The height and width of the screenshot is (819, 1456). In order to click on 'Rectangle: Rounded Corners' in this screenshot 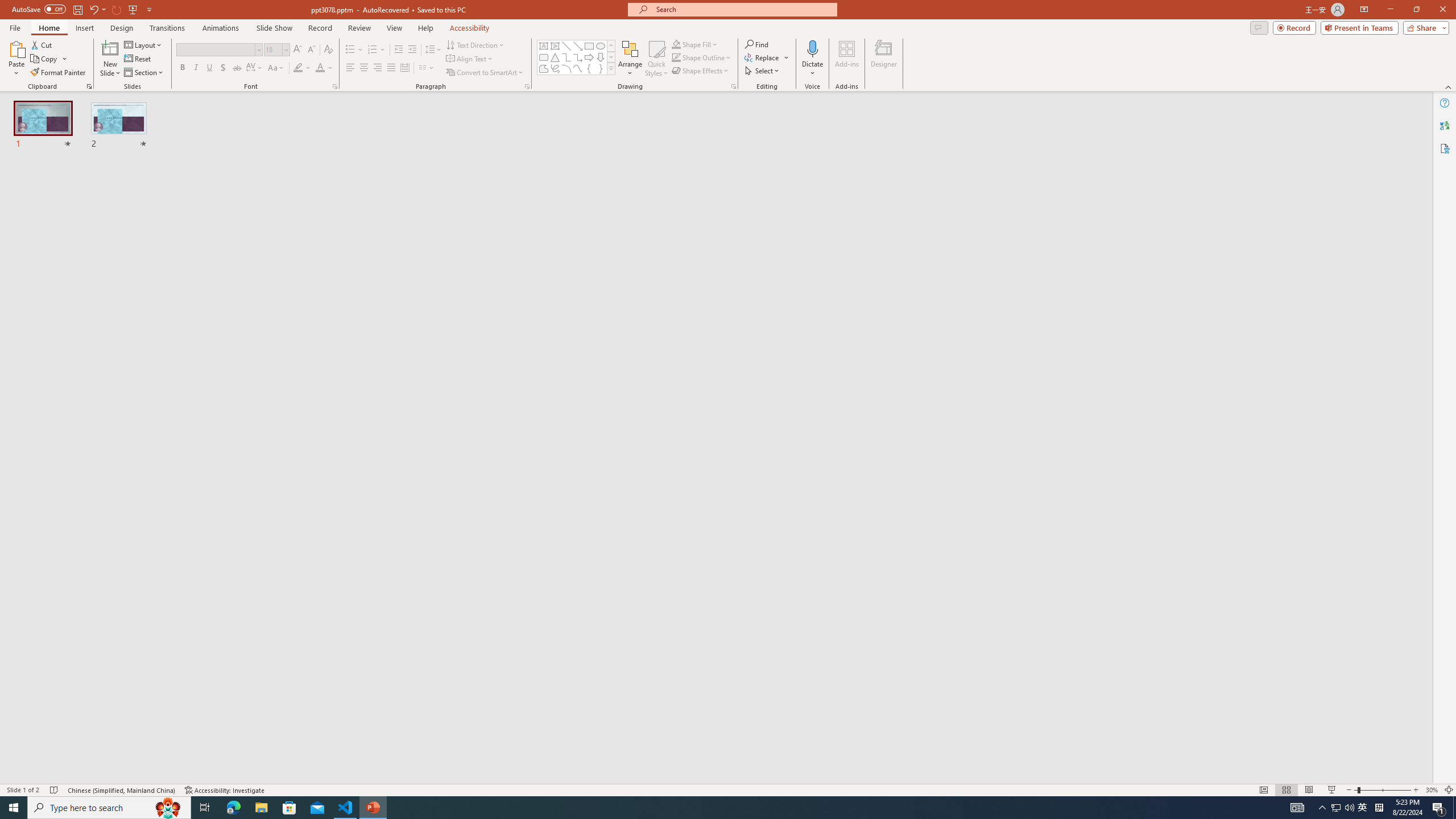, I will do `click(543, 56)`.